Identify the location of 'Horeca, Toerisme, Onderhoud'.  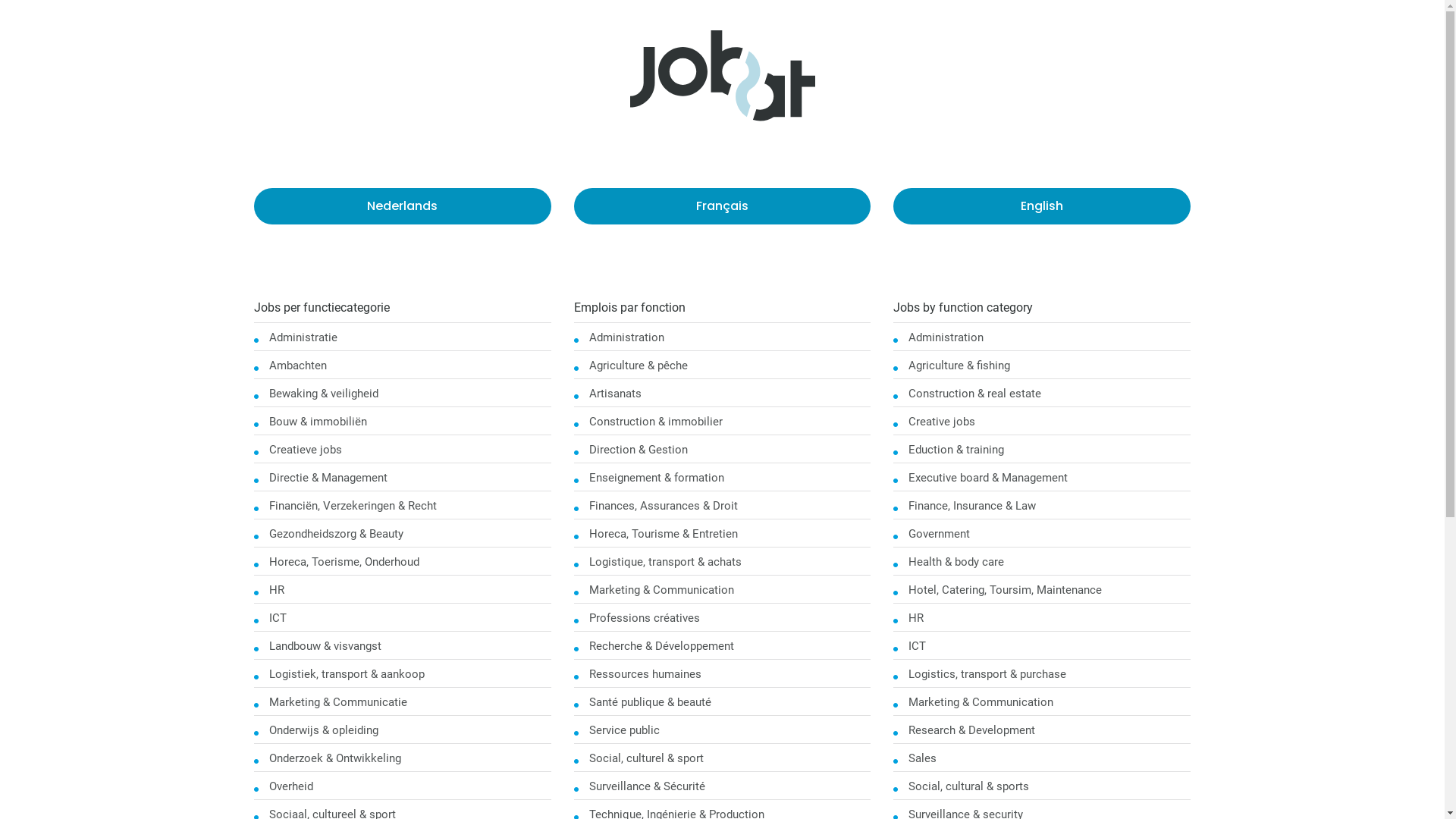
(344, 561).